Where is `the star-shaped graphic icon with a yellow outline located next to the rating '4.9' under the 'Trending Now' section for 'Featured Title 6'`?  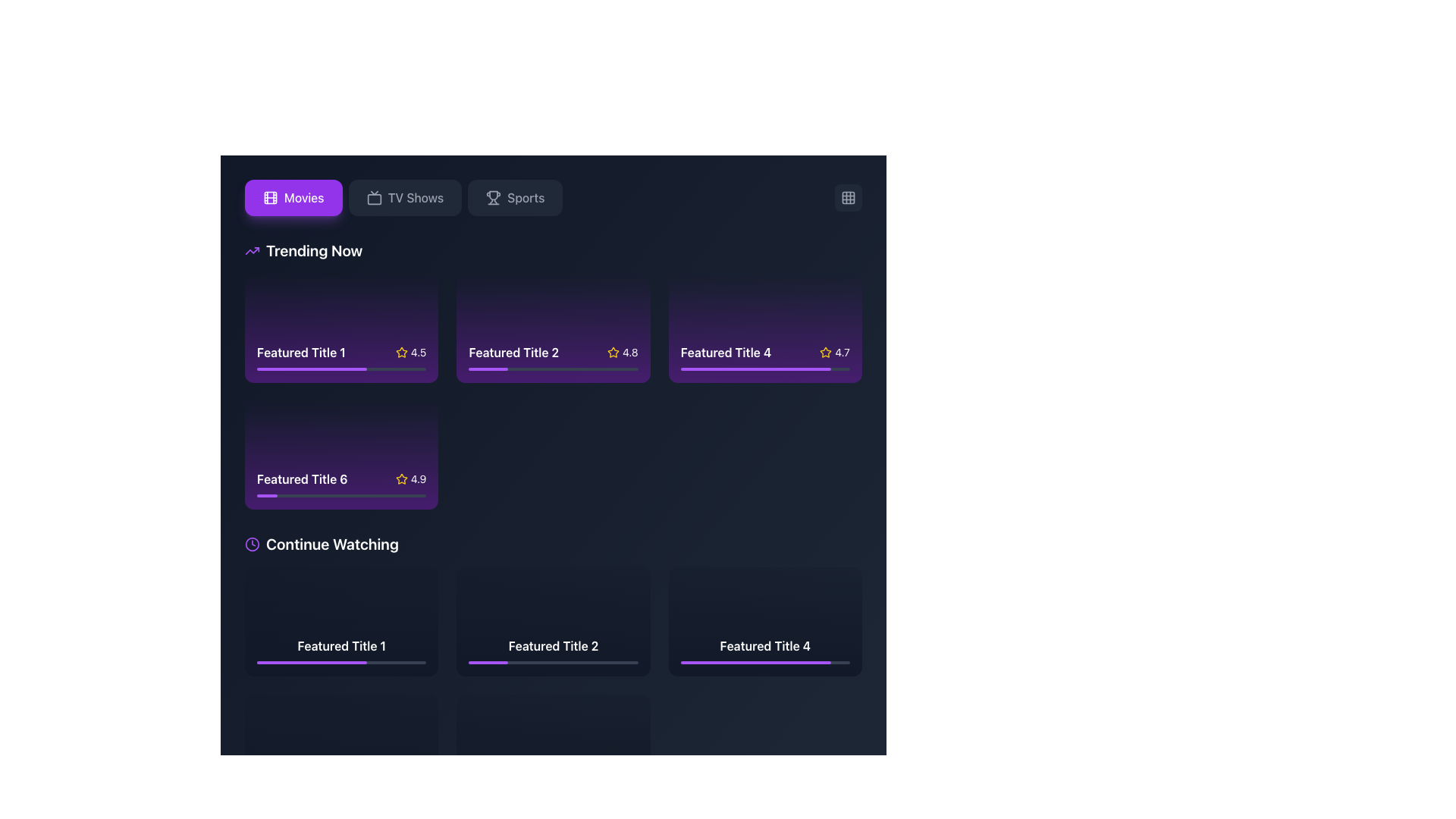
the star-shaped graphic icon with a yellow outline located next to the rating '4.9' under the 'Trending Now' section for 'Featured Title 6' is located at coordinates (401, 479).